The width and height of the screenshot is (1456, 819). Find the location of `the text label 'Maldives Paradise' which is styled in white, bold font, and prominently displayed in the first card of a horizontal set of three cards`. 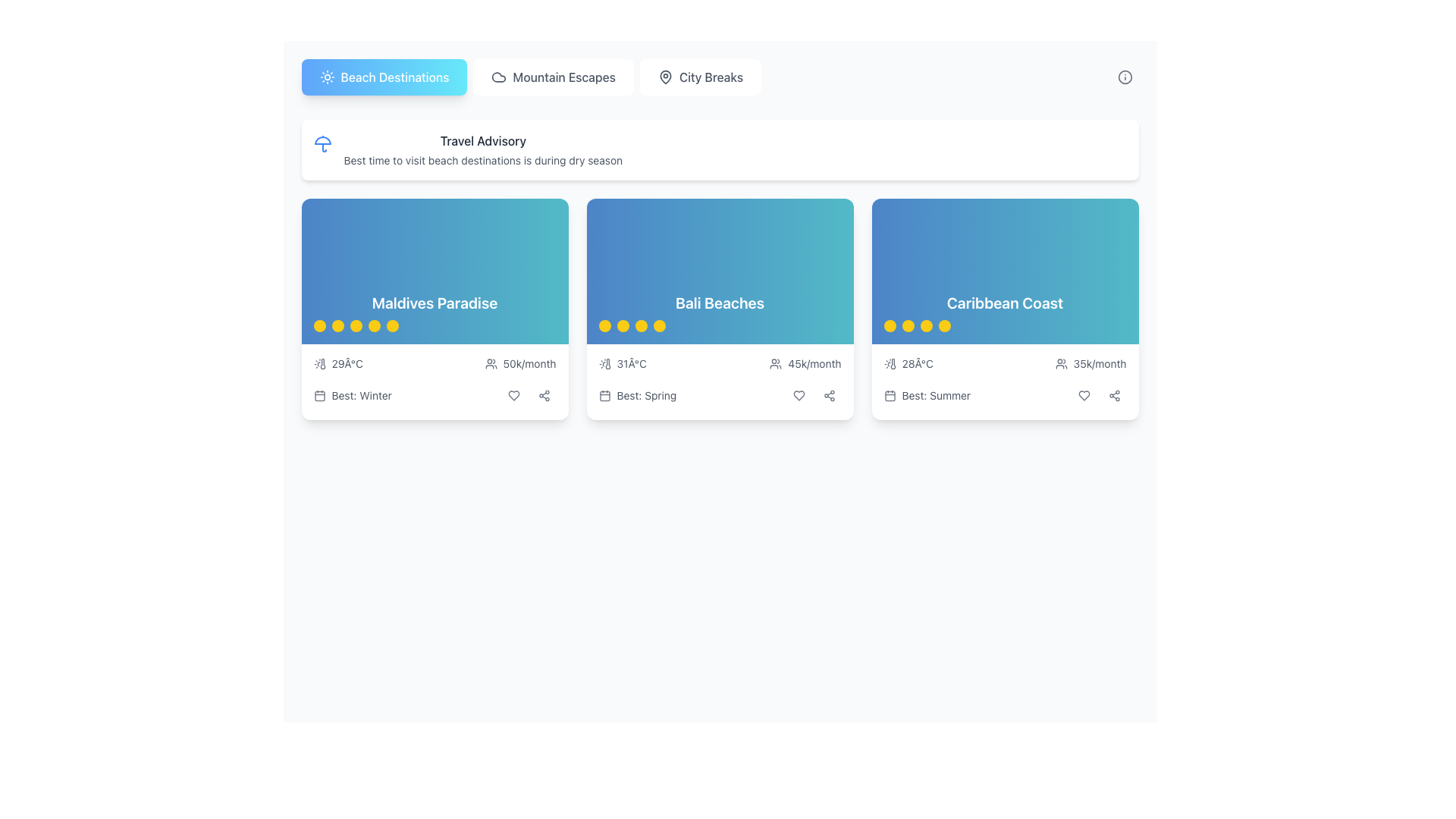

the text label 'Maldives Paradise' which is styled in white, bold font, and prominently displayed in the first card of a horizontal set of three cards is located at coordinates (434, 303).